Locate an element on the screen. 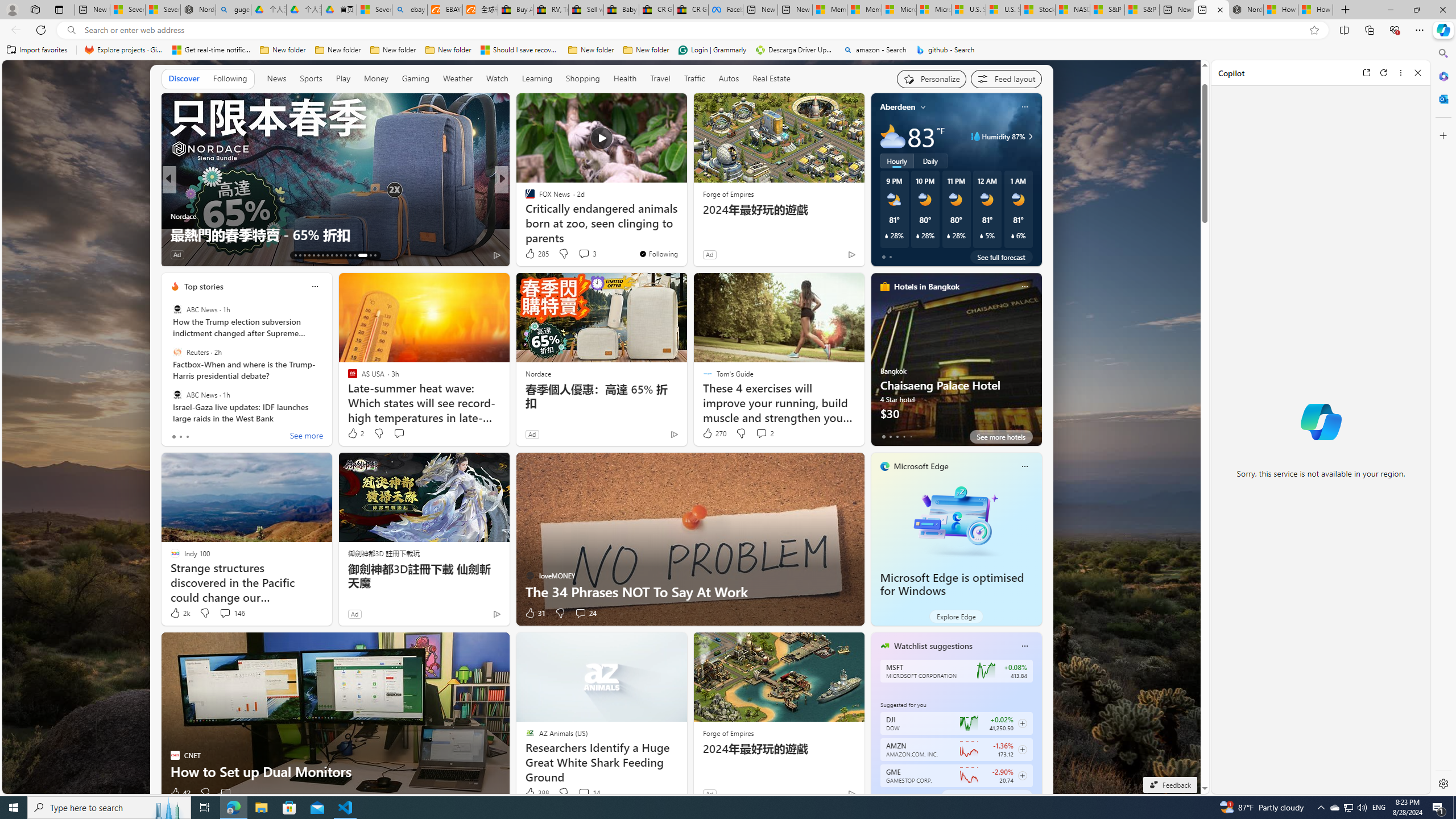 The width and height of the screenshot is (1456, 819). 'View comments 2 Comment' is located at coordinates (765, 433).